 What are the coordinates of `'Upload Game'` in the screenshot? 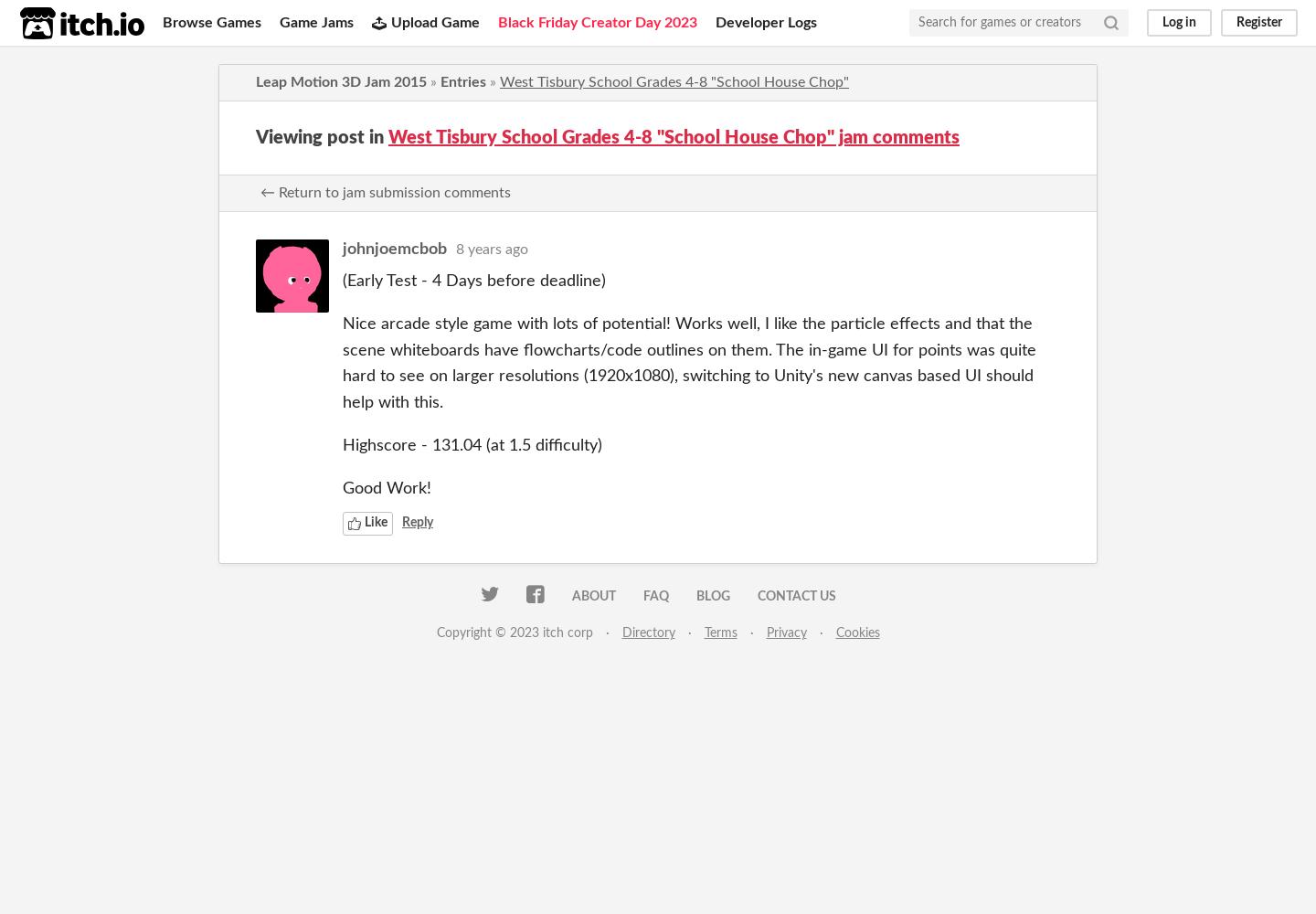 It's located at (435, 22).